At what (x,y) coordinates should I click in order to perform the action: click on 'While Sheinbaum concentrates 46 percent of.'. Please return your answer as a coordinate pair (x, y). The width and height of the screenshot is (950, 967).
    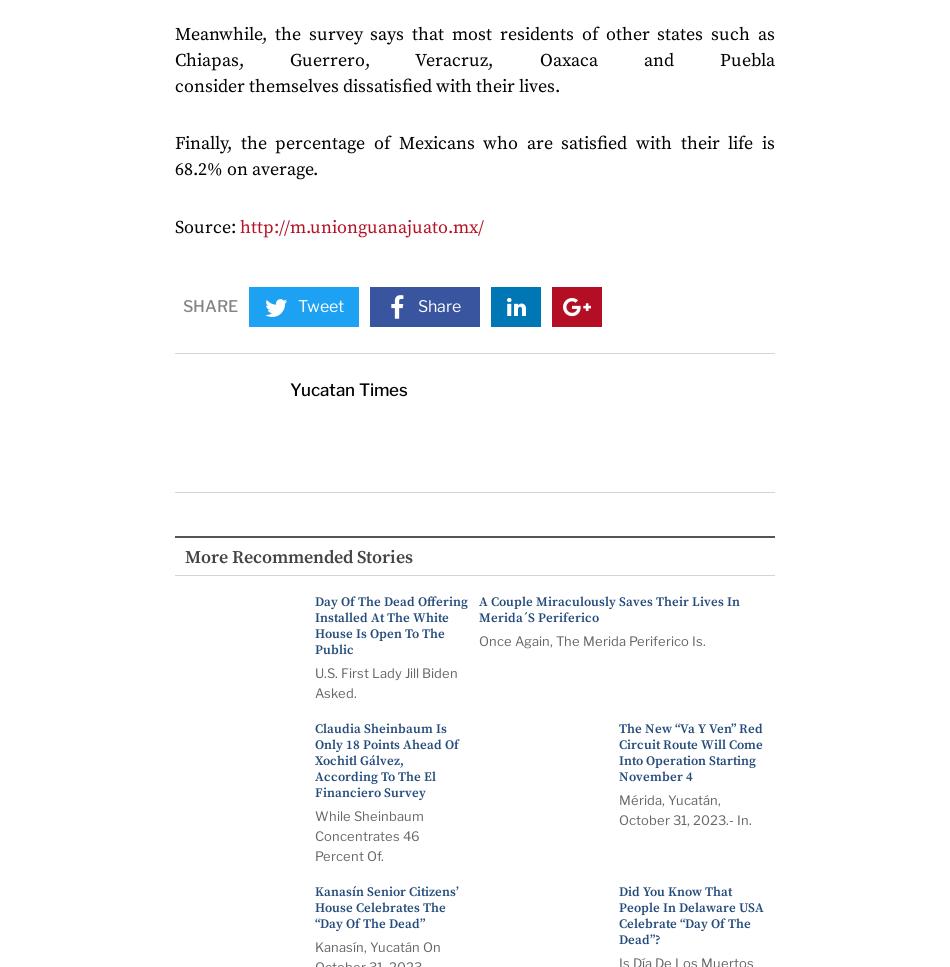
    Looking at the image, I should click on (368, 835).